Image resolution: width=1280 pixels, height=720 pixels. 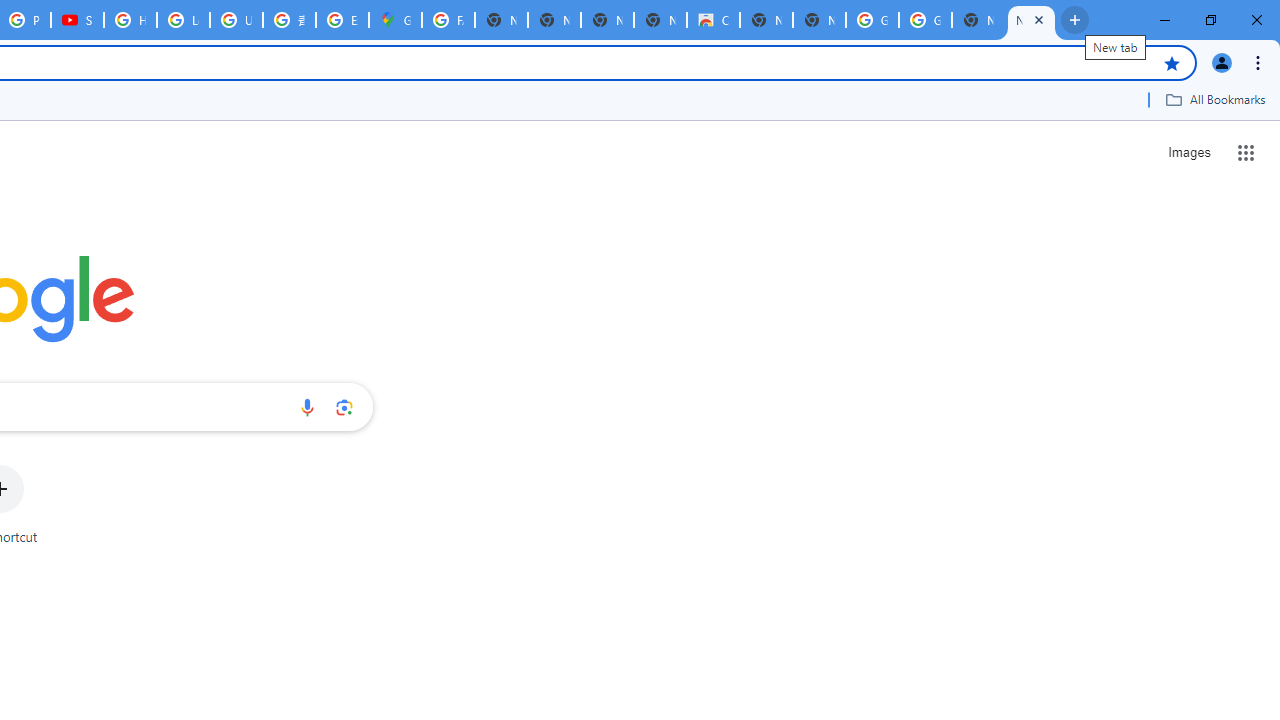 What do you see at coordinates (1031, 20) in the screenshot?
I see `'New Tab'` at bounding box center [1031, 20].